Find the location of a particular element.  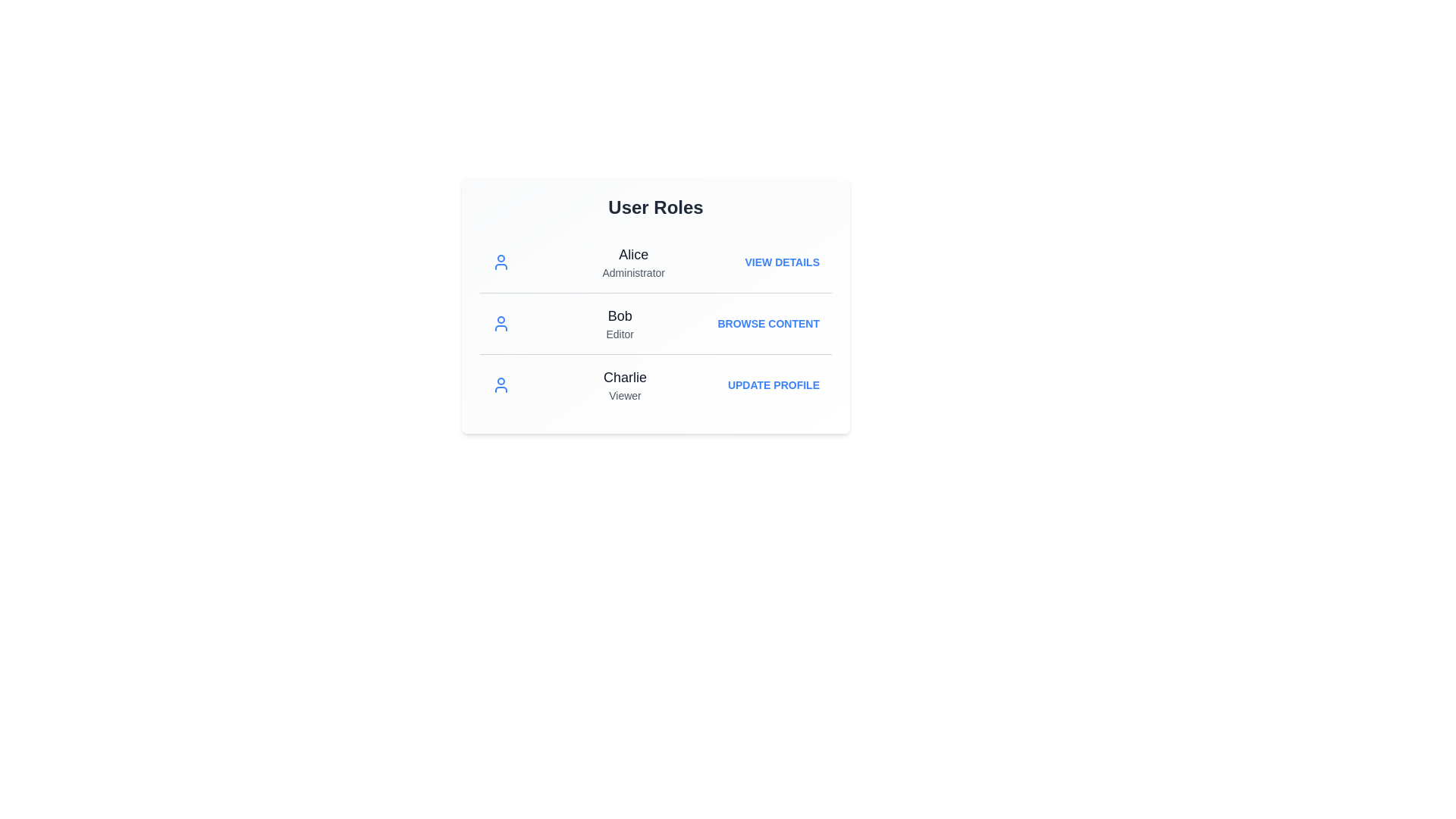

the 'UPDATE PROFILE' text link, which is styled with bold uppercase blue letters and located at the far-right of the user information row for 'Charlie' is located at coordinates (773, 384).